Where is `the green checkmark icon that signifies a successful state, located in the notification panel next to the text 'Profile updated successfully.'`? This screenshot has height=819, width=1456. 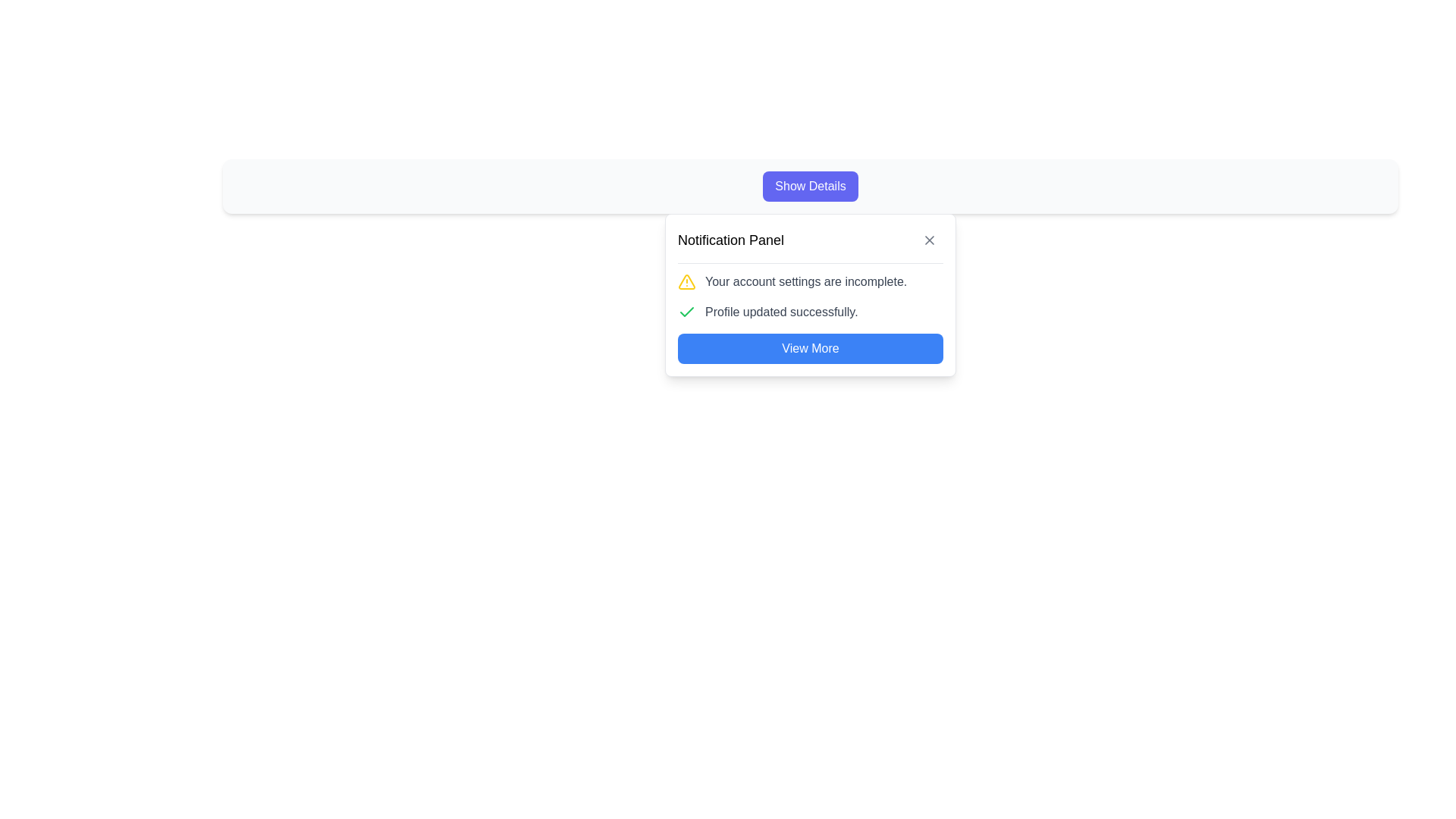
the green checkmark icon that signifies a successful state, located in the notification panel next to the text 'Profile updated successfully.' is located at coordinates (686, 311).